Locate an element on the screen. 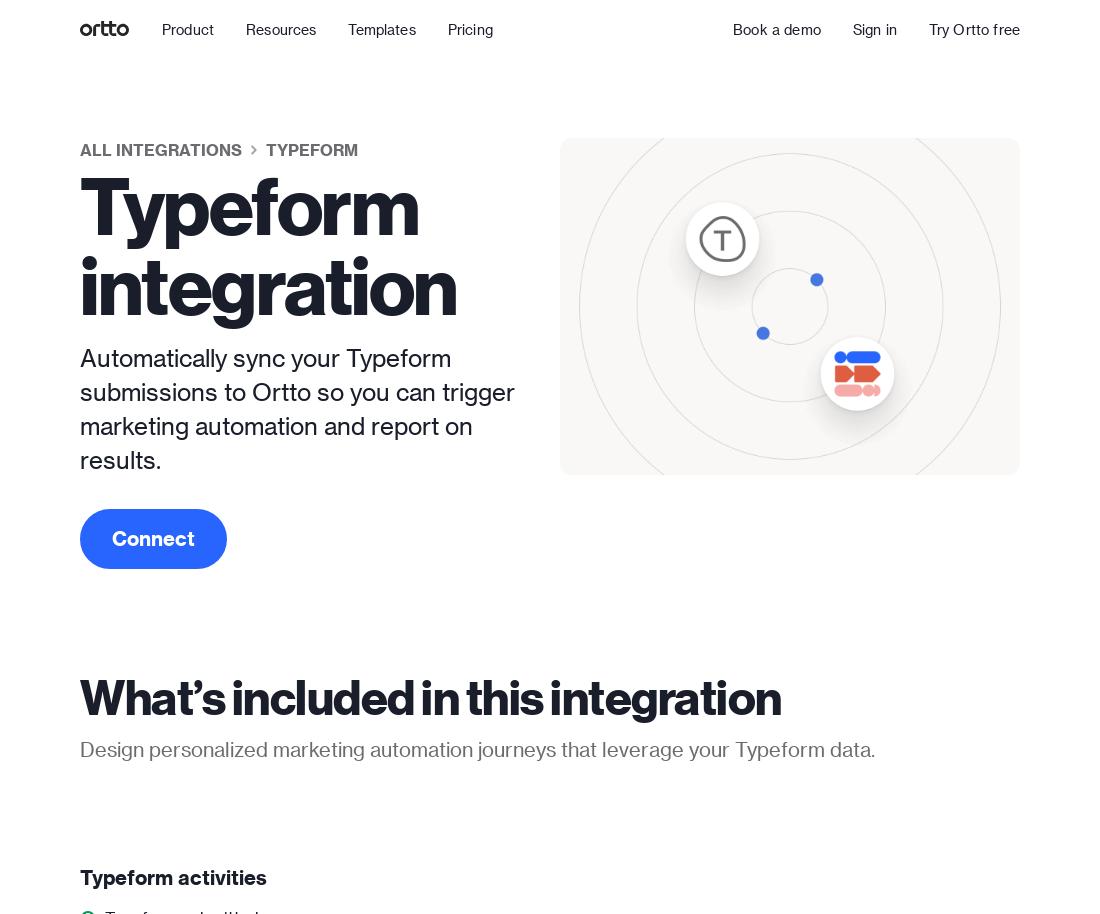  'Pricing' is located at coordinates (468, 29).